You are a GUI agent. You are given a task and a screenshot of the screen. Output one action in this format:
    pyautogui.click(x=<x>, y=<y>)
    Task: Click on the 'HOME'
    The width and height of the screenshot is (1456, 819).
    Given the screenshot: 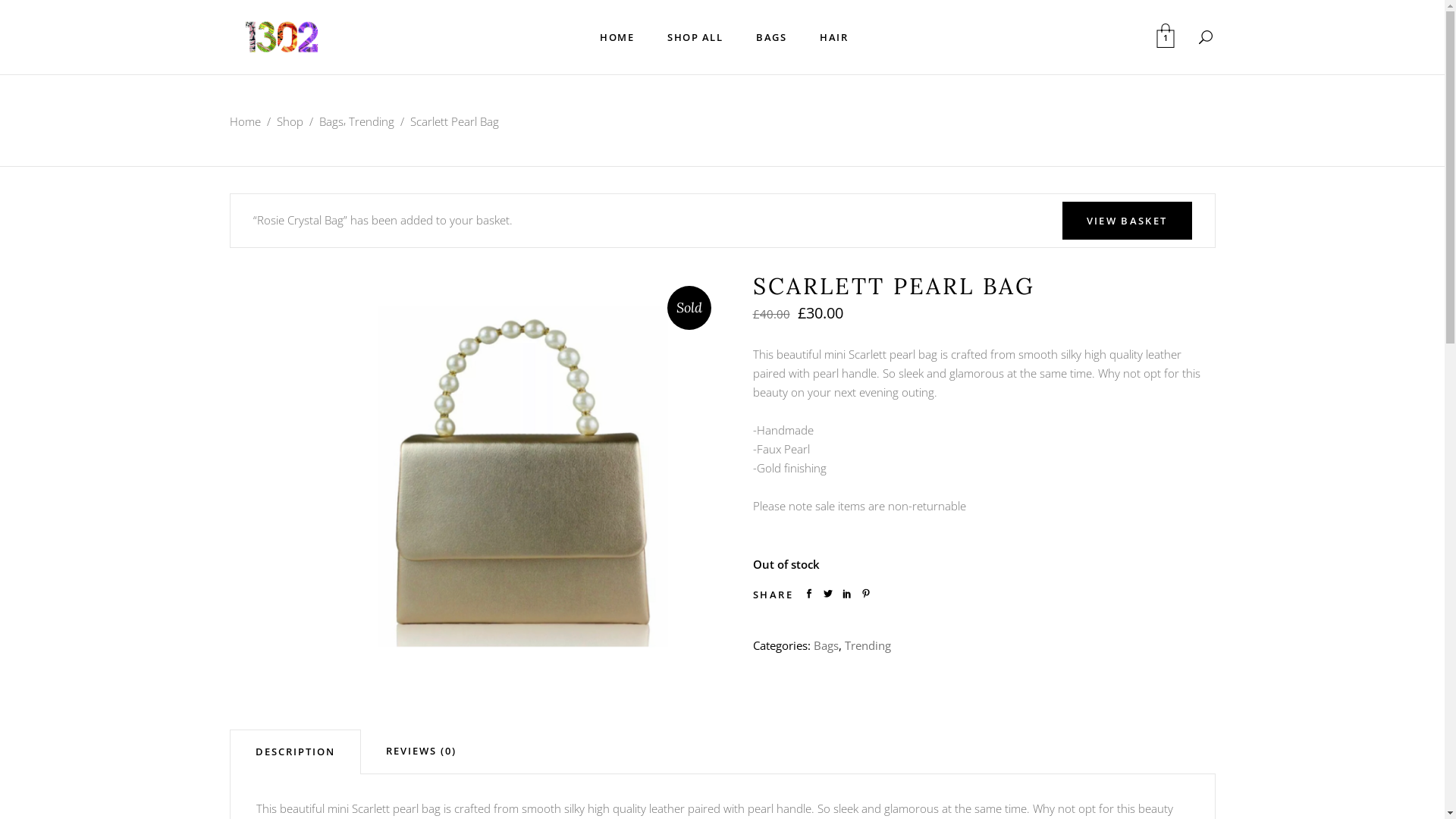 What is the action you would take?
    pyautogui.click(x=582, y=36)
    